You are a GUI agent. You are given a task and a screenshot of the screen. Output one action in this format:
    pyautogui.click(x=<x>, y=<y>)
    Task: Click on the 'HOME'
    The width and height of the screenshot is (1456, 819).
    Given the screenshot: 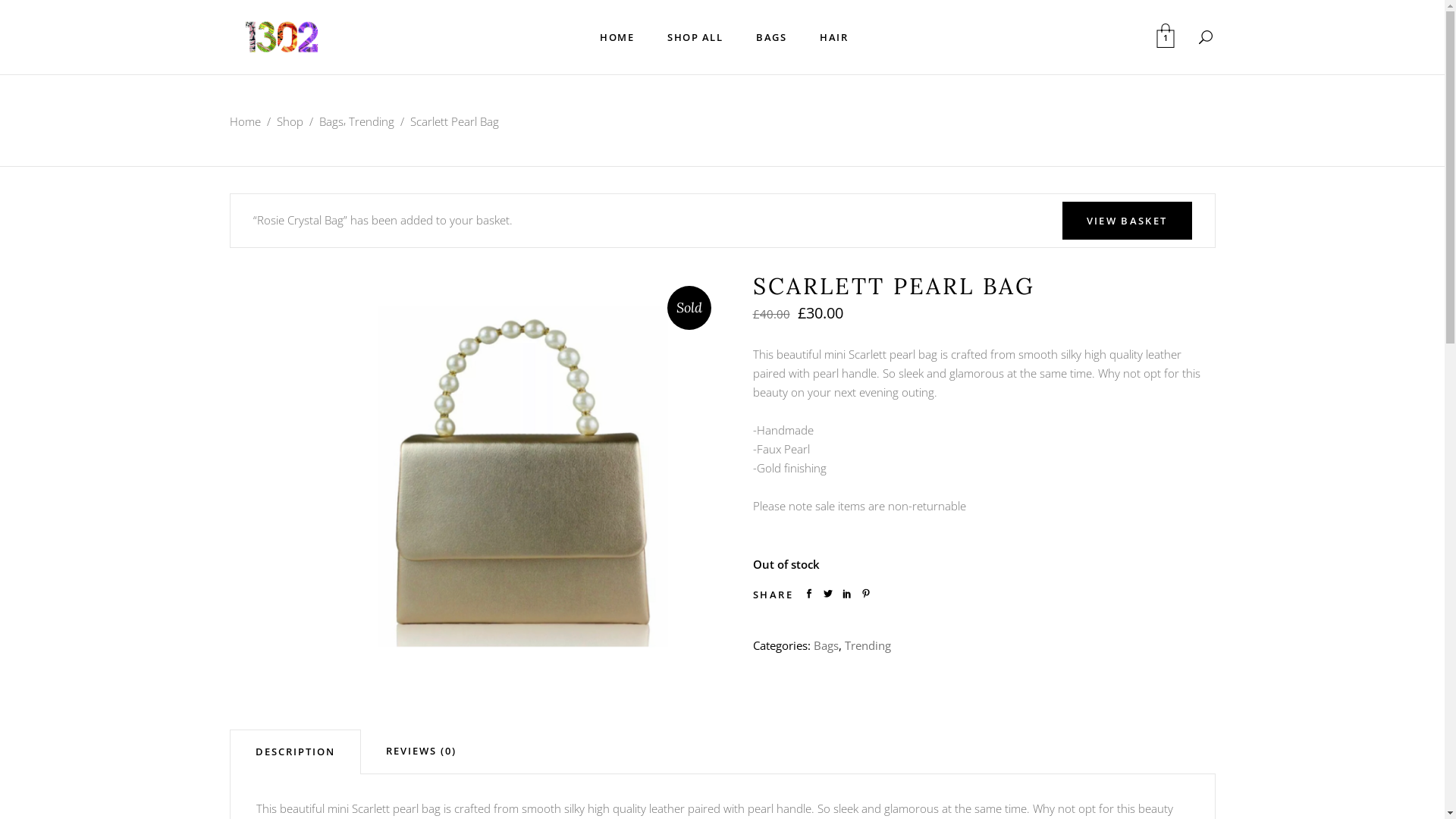 What is the action you would take?
    pyautogui.click(x=582, y=36)
    